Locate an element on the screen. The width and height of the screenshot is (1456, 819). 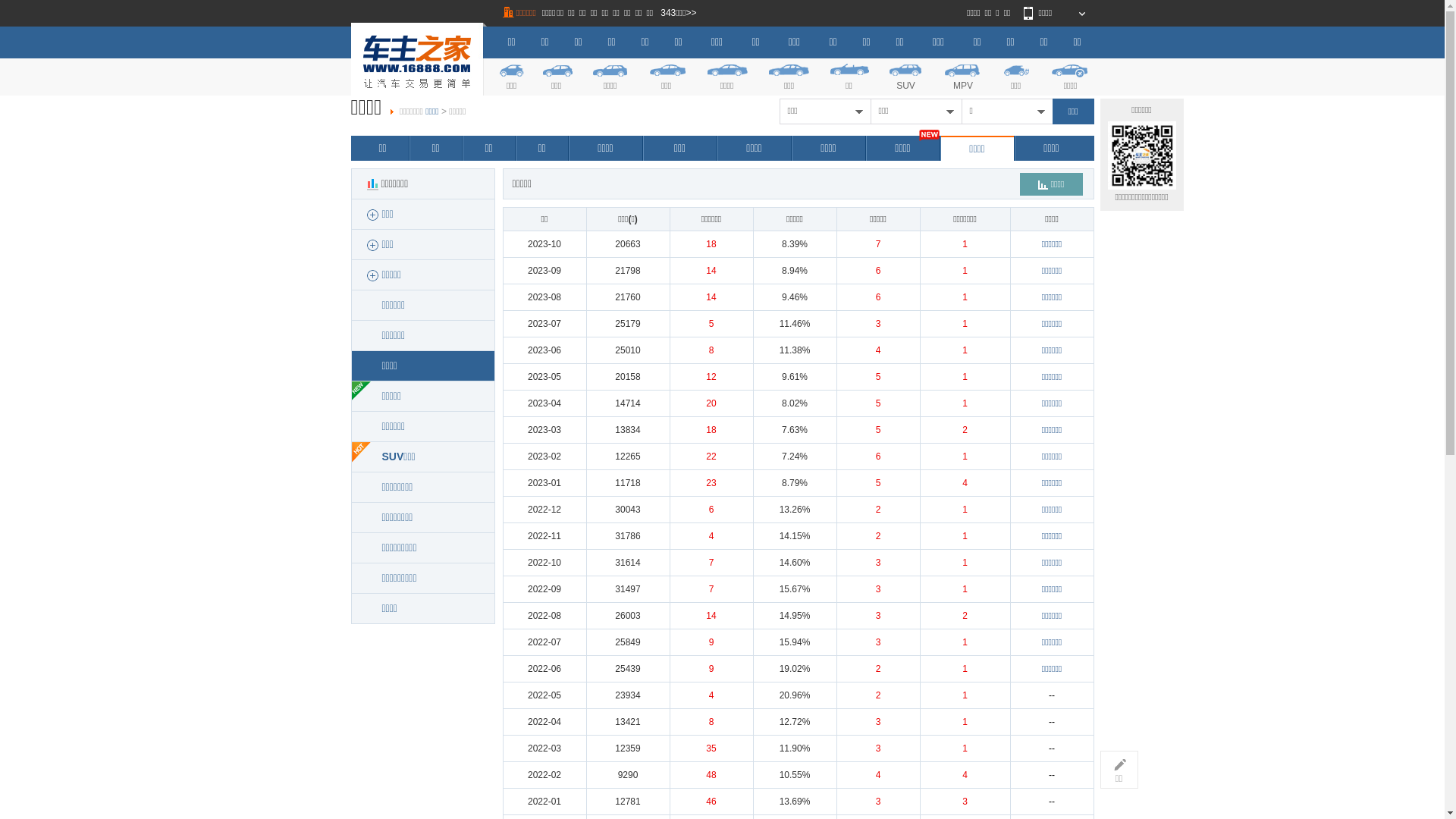
'48' is located at coordinates (710, 775).